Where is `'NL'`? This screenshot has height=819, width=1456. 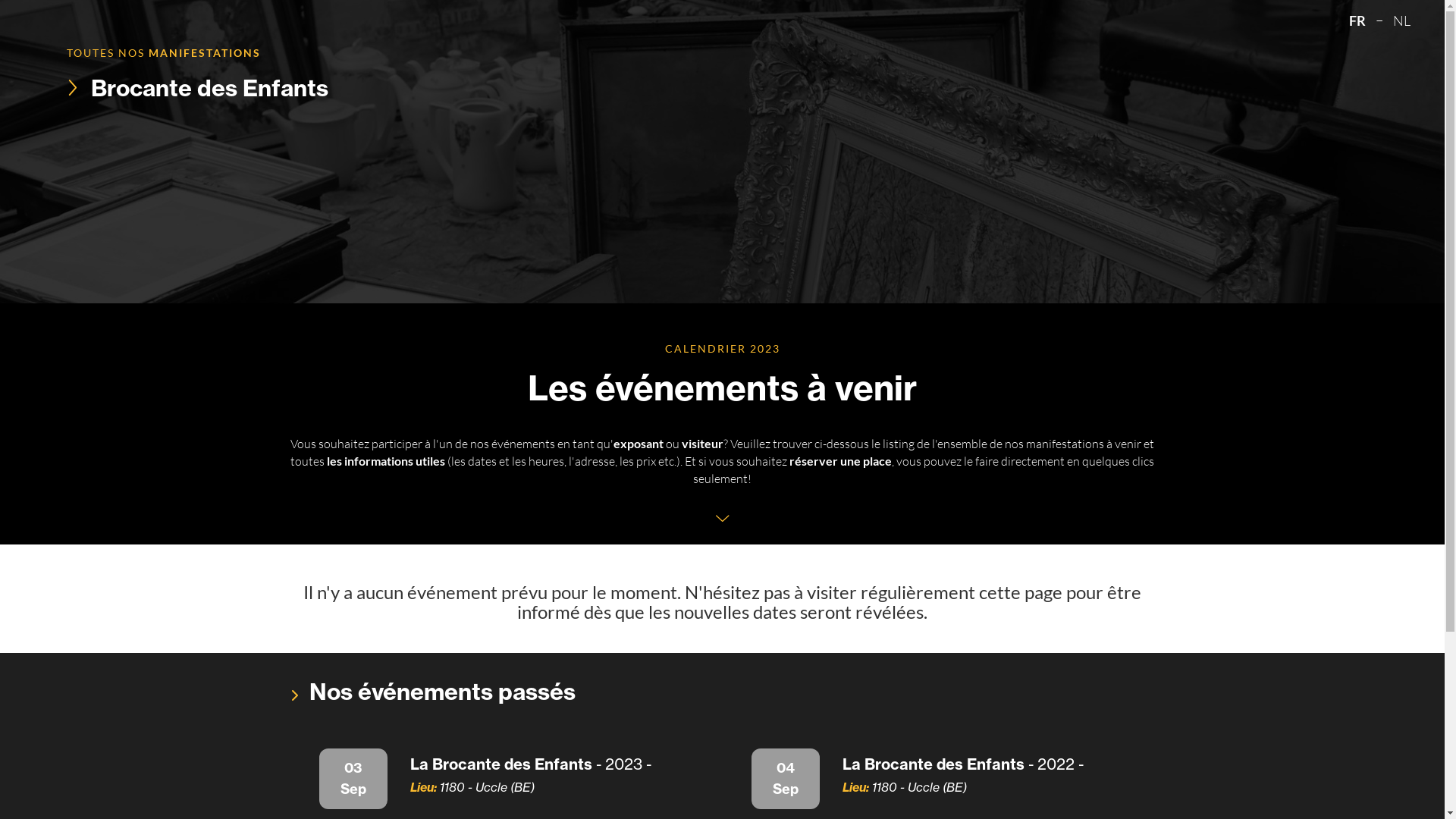
'NL' is located at coordinates (1401, 20).